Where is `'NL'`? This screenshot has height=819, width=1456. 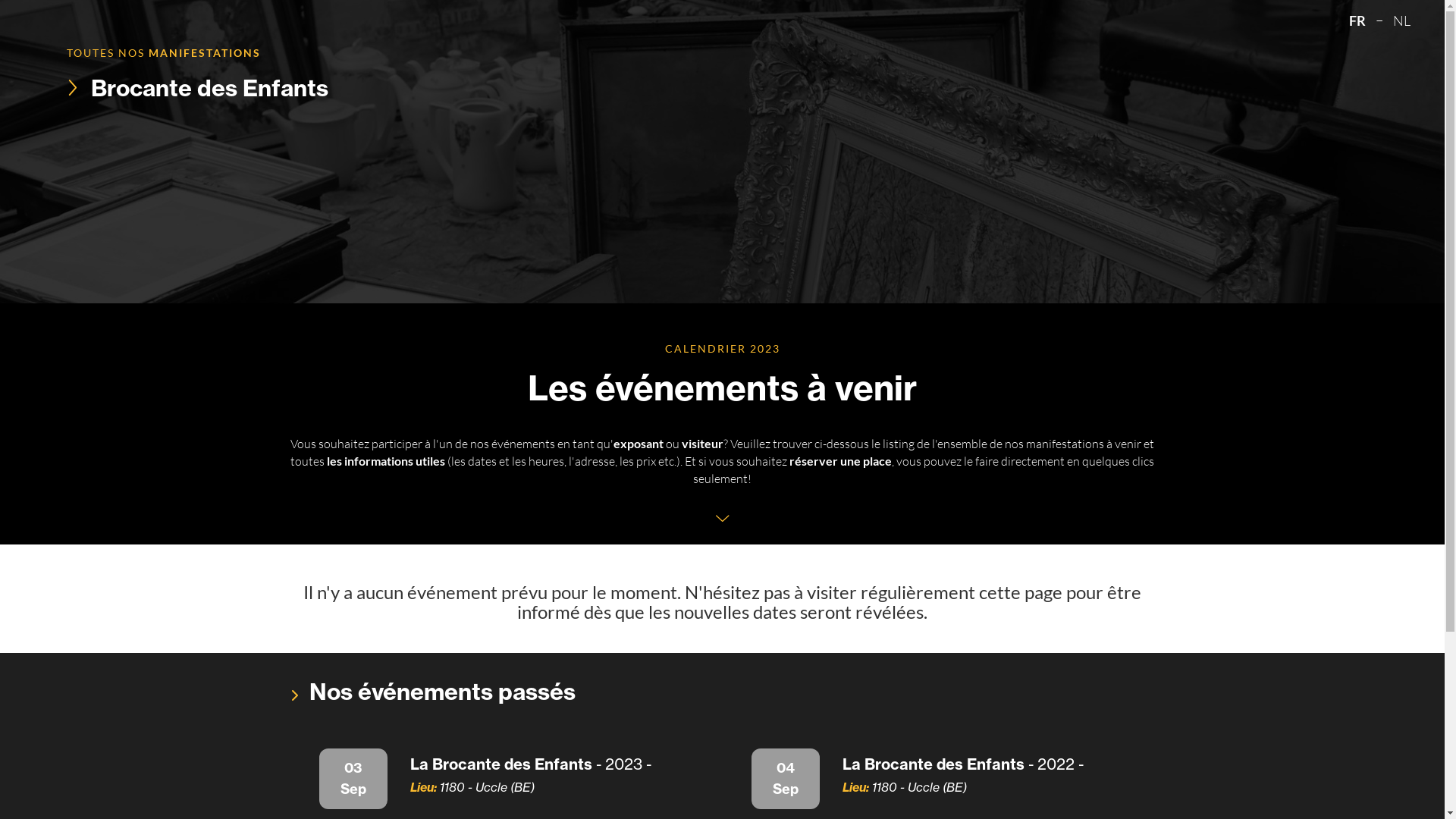
'NL' is located at coordinates (1401, 20).